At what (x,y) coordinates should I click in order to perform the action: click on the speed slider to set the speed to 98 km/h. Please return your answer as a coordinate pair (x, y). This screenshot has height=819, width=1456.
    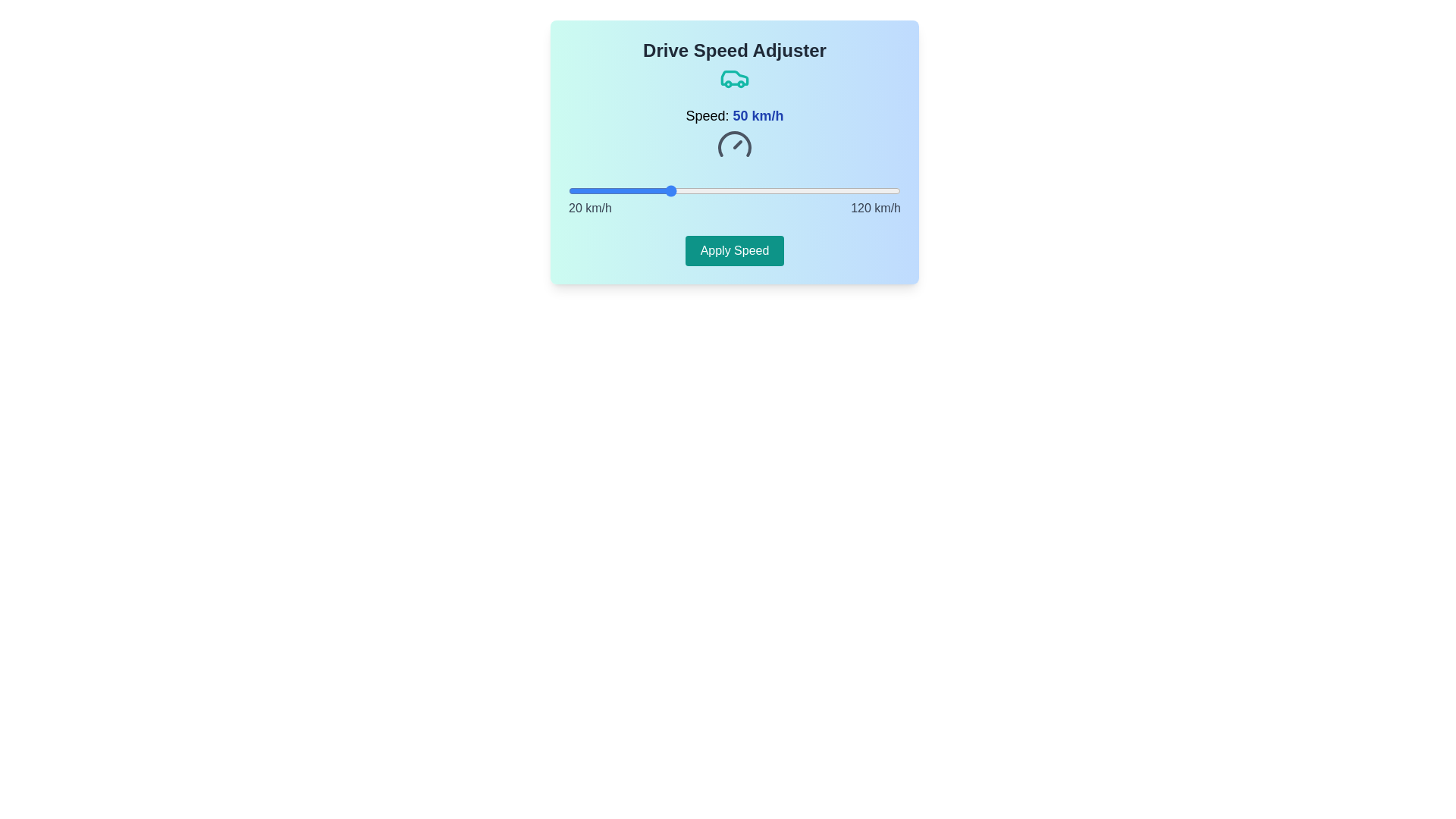
    Looking at the image, I should click on (827, 190).